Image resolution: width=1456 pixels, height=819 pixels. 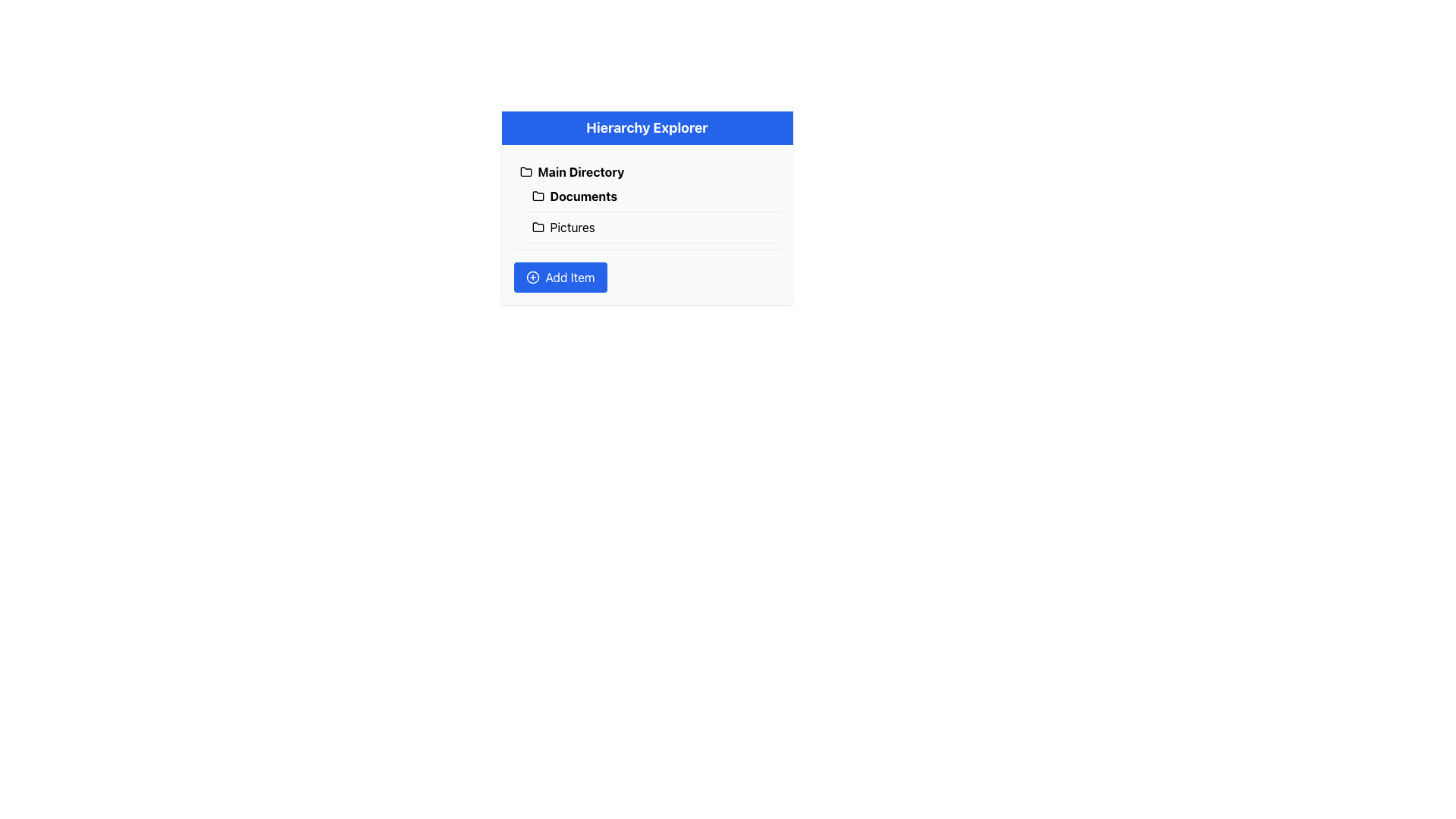 What do you see at coordinates (572, 227) in the screenshot?
I see `the text label displaying 'Pictures'` at bounding box center [572, 227].